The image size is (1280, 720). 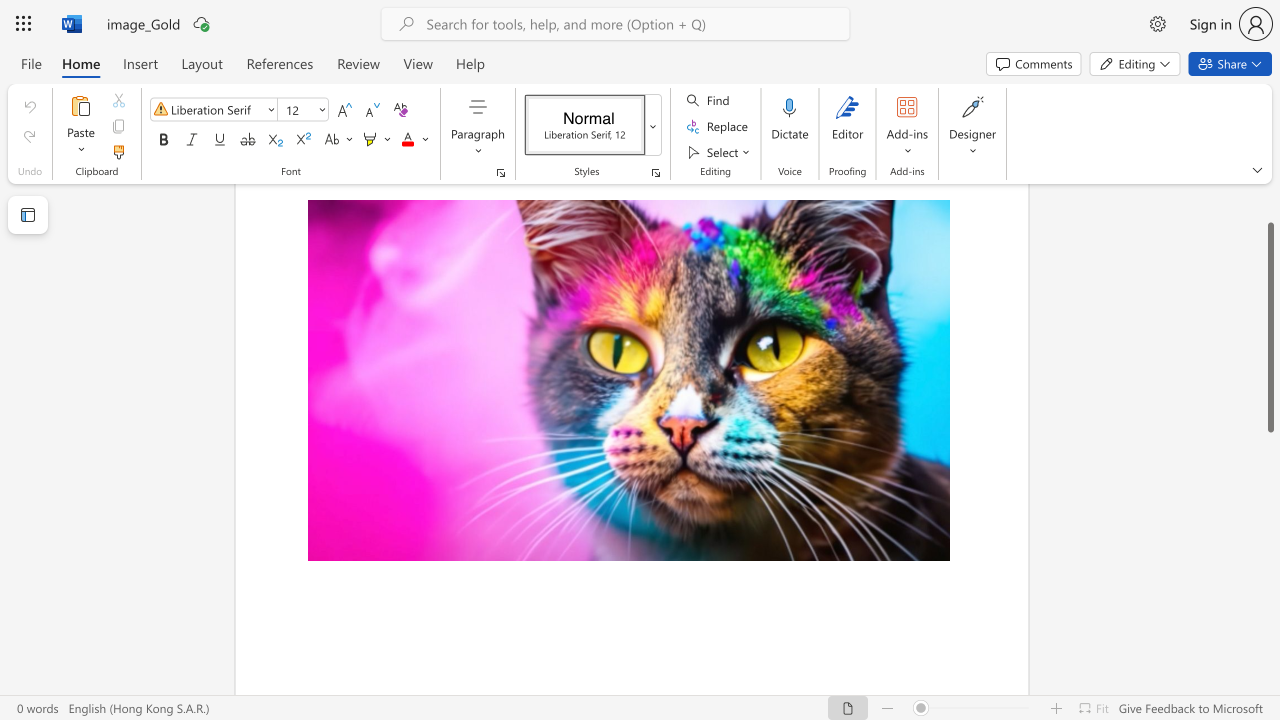 I want to click on the scrollbar and move up 40 pixels, so click(x=1269, y=326).